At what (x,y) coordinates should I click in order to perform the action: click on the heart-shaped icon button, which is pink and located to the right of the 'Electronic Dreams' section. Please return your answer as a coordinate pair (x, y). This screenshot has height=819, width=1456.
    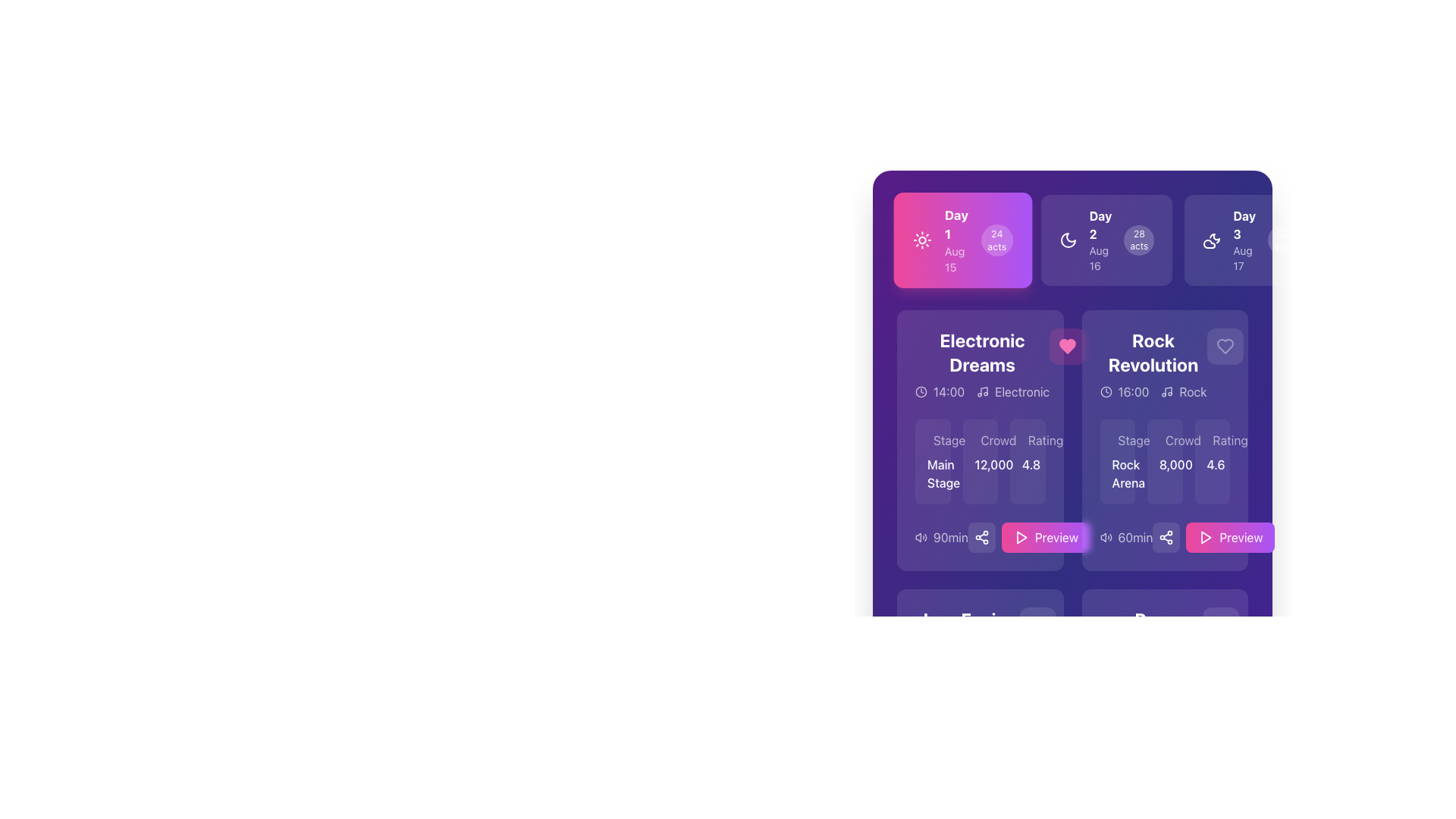
    Looking at the image, I should click on (1067, 346).